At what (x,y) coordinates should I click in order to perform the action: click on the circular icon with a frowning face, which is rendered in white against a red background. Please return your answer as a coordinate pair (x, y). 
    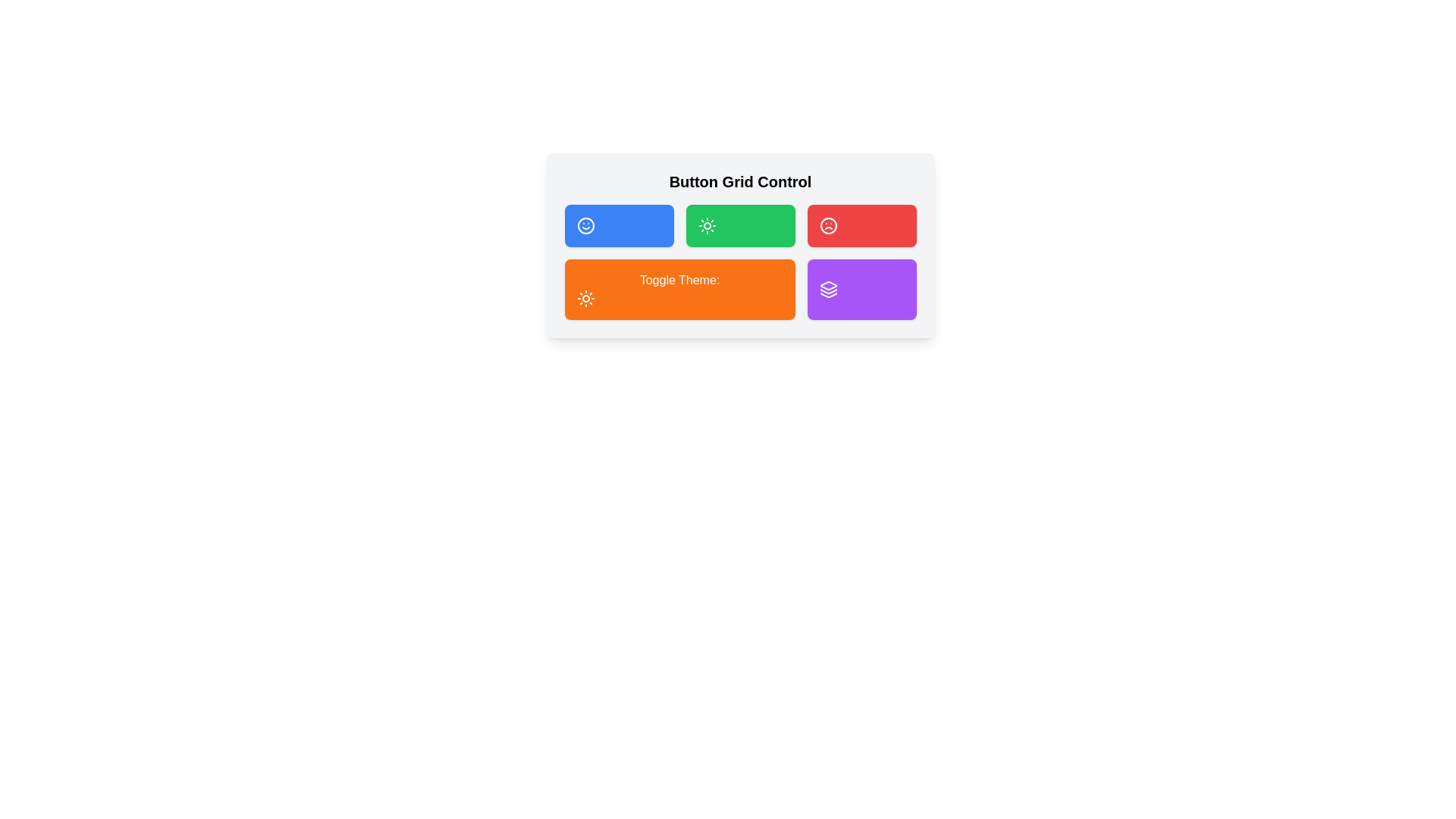
    Looking at the image, I should click on (827, 225).